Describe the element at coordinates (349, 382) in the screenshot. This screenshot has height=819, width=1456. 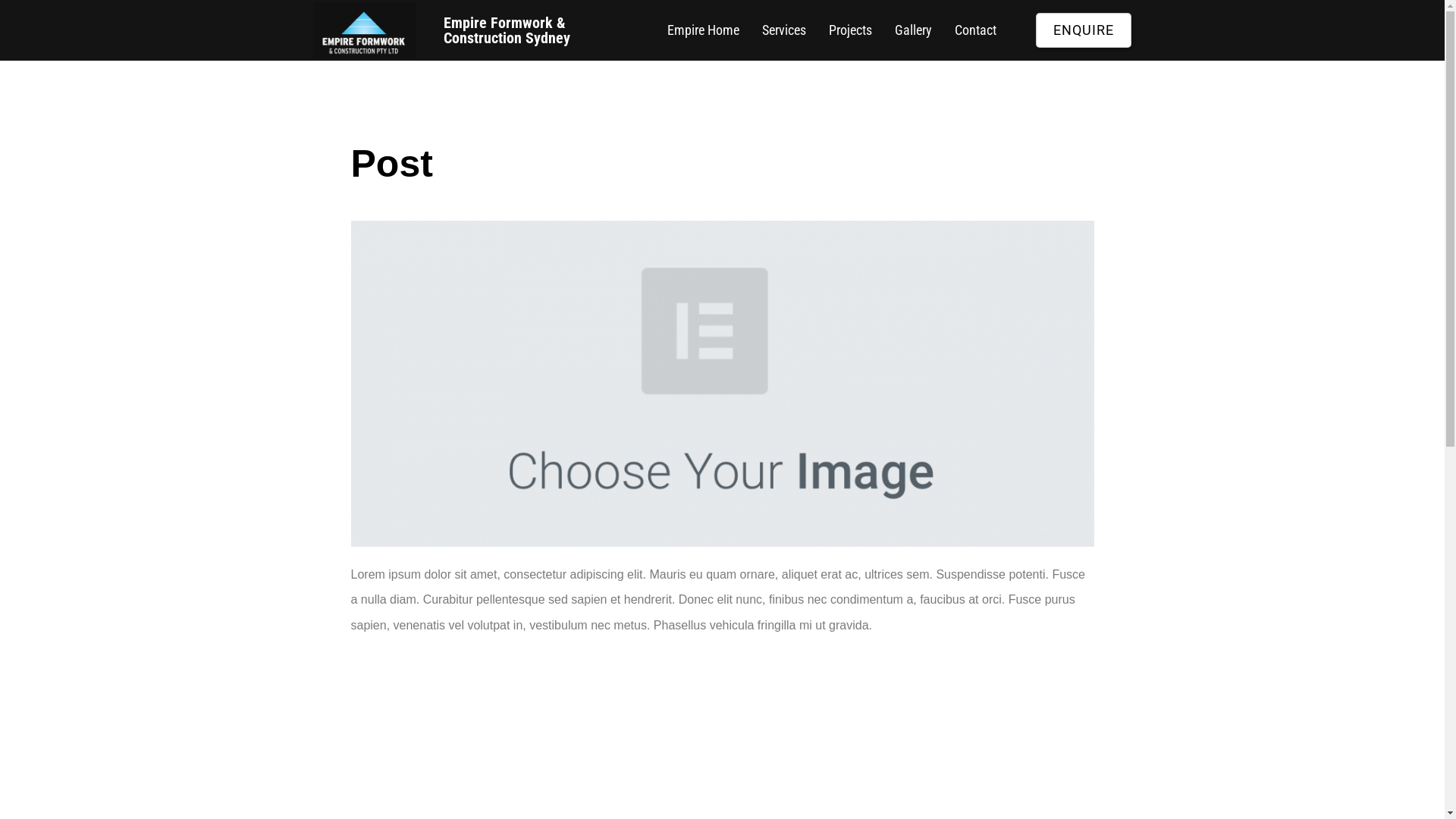
I see `'placeholder.png'` at that location.